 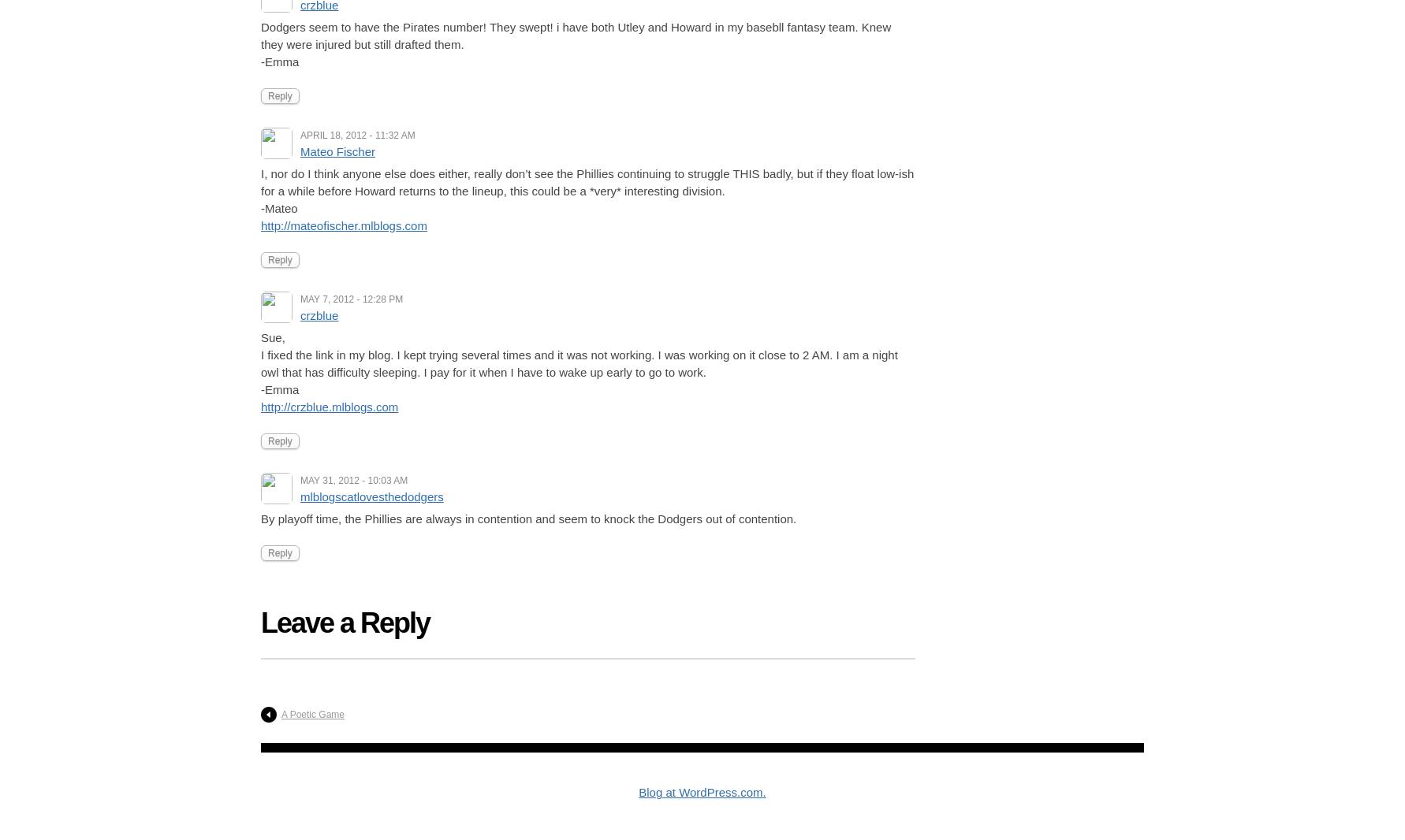 What do you see at coordinates (579, 363) in the screenshot?
I see `'I fixed the link in my blog.  I kept trying several times and it was not working.  I was working on it close to 2 AM.  I am a night owl that has difficulty sleeping.  I pay for it when I have to wake up early to go to work.'` at bounding box center [579, 363].